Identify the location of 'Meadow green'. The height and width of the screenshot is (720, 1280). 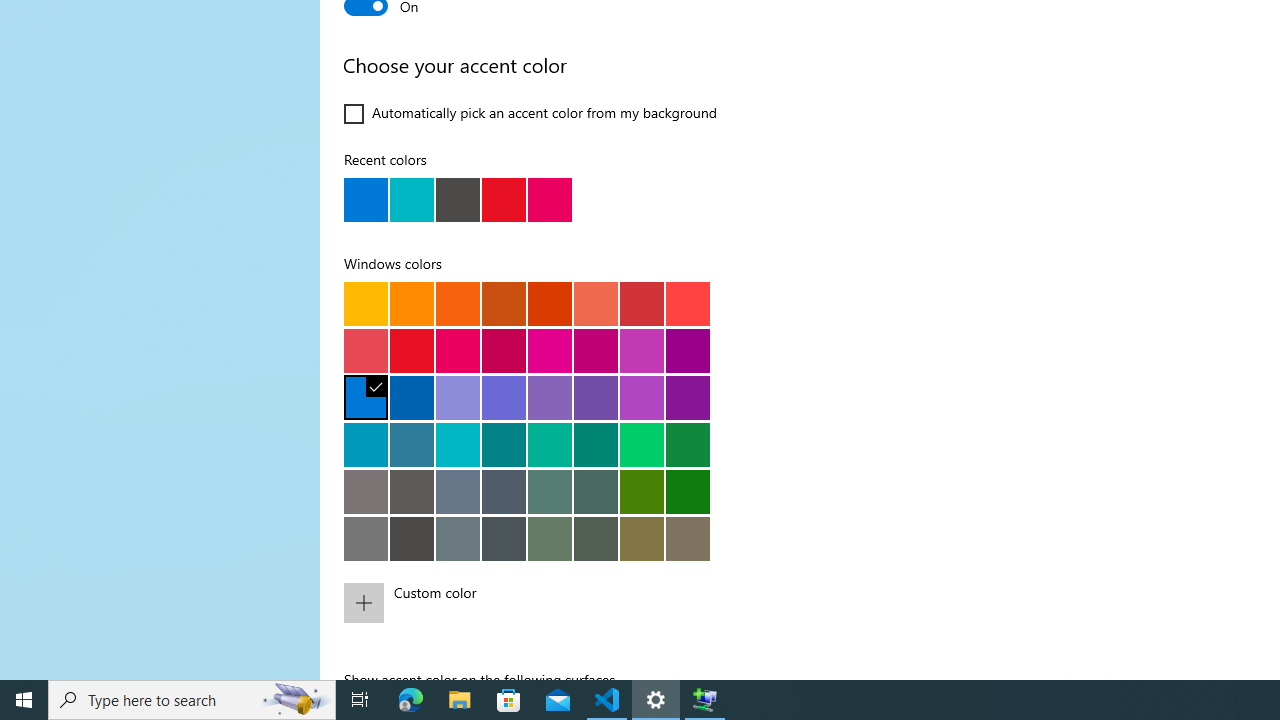
(641, 491).